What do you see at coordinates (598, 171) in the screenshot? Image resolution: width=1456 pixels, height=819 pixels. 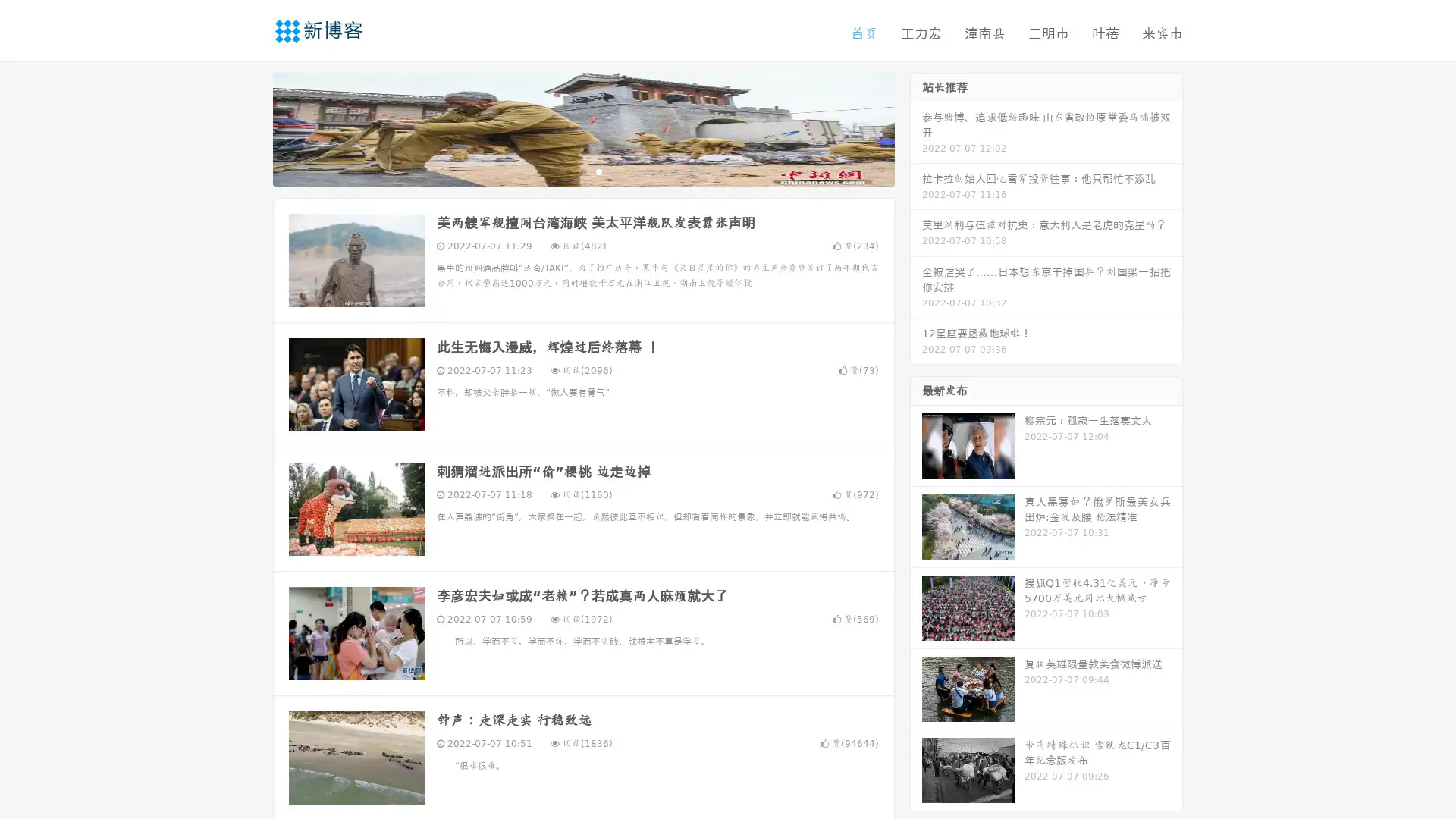 I see `Go to slide 3` at bounding box center [598, 171].